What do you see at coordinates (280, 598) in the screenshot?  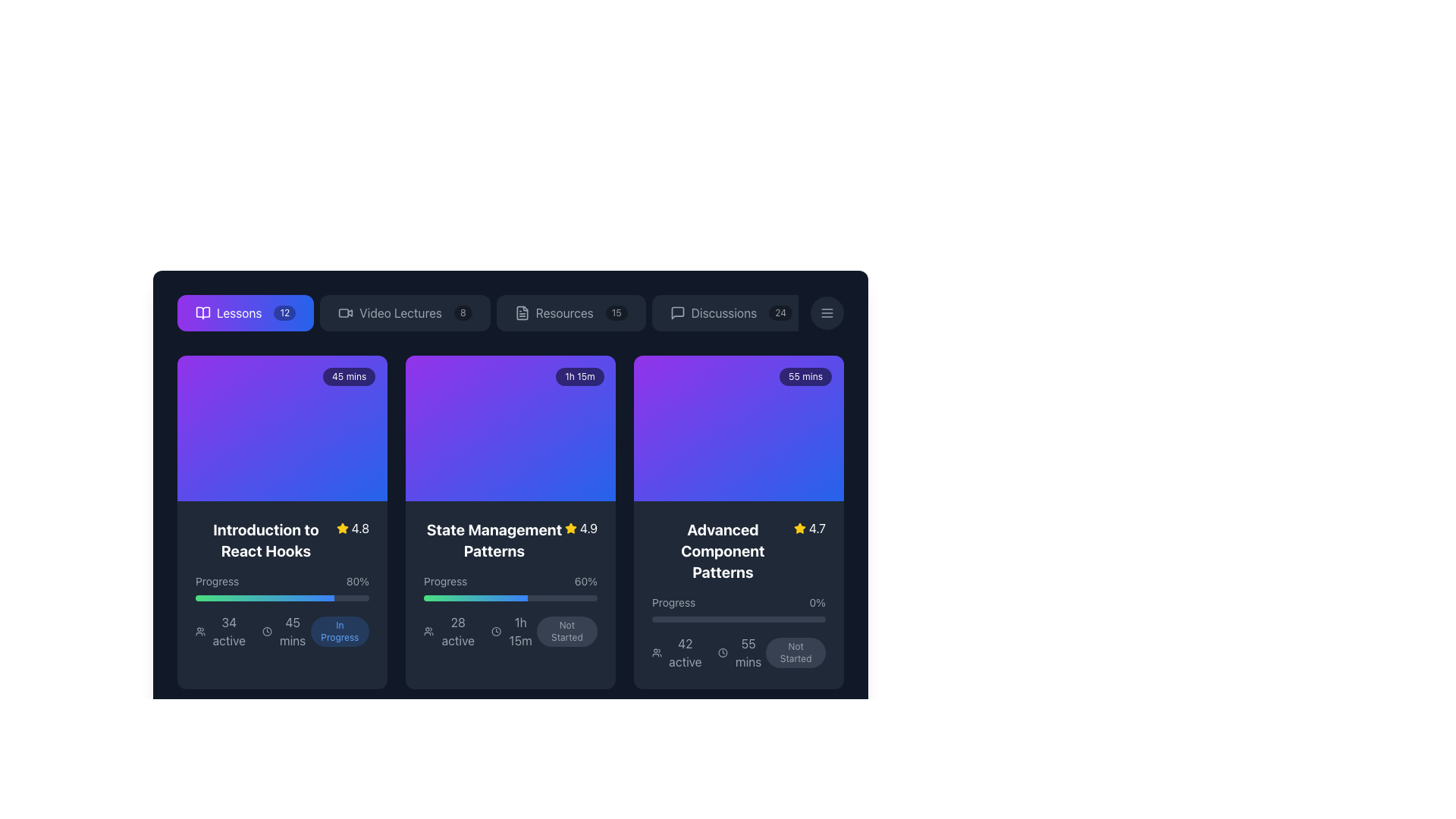 I see `progress` at bounding box center [280, 598].